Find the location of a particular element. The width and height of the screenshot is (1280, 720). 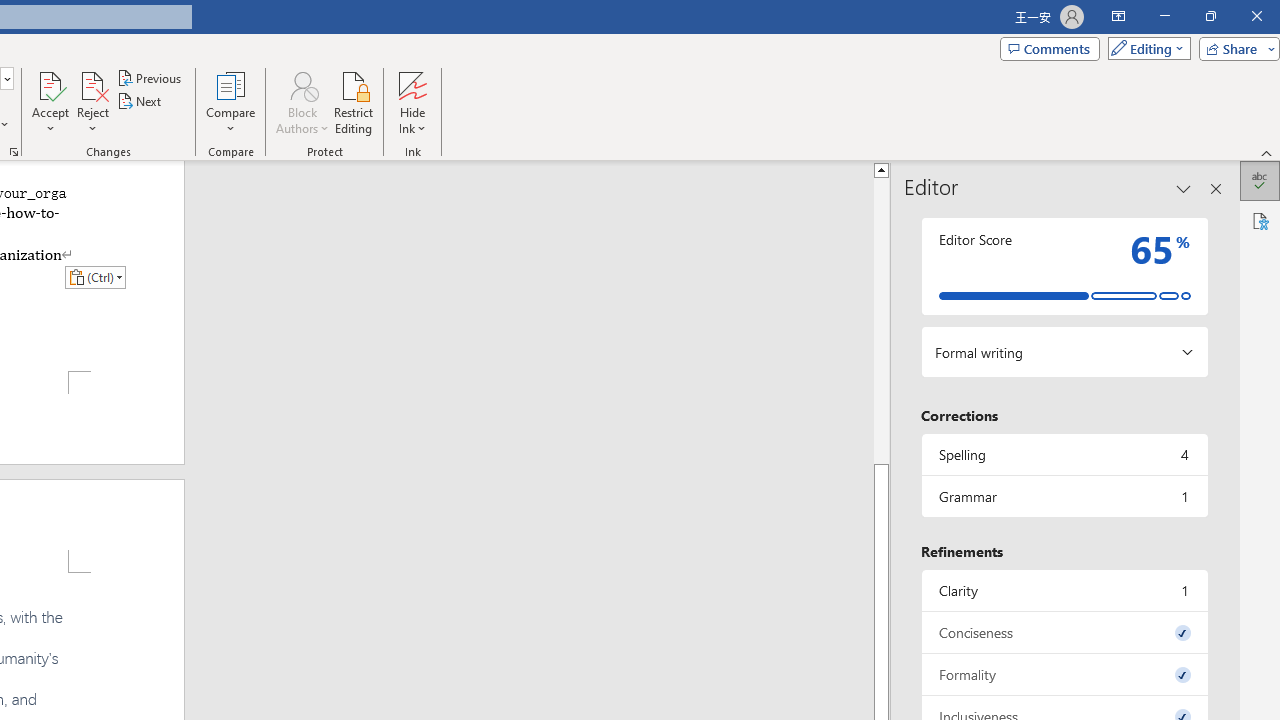

'Editing' is located at coordinates (1144, 47).